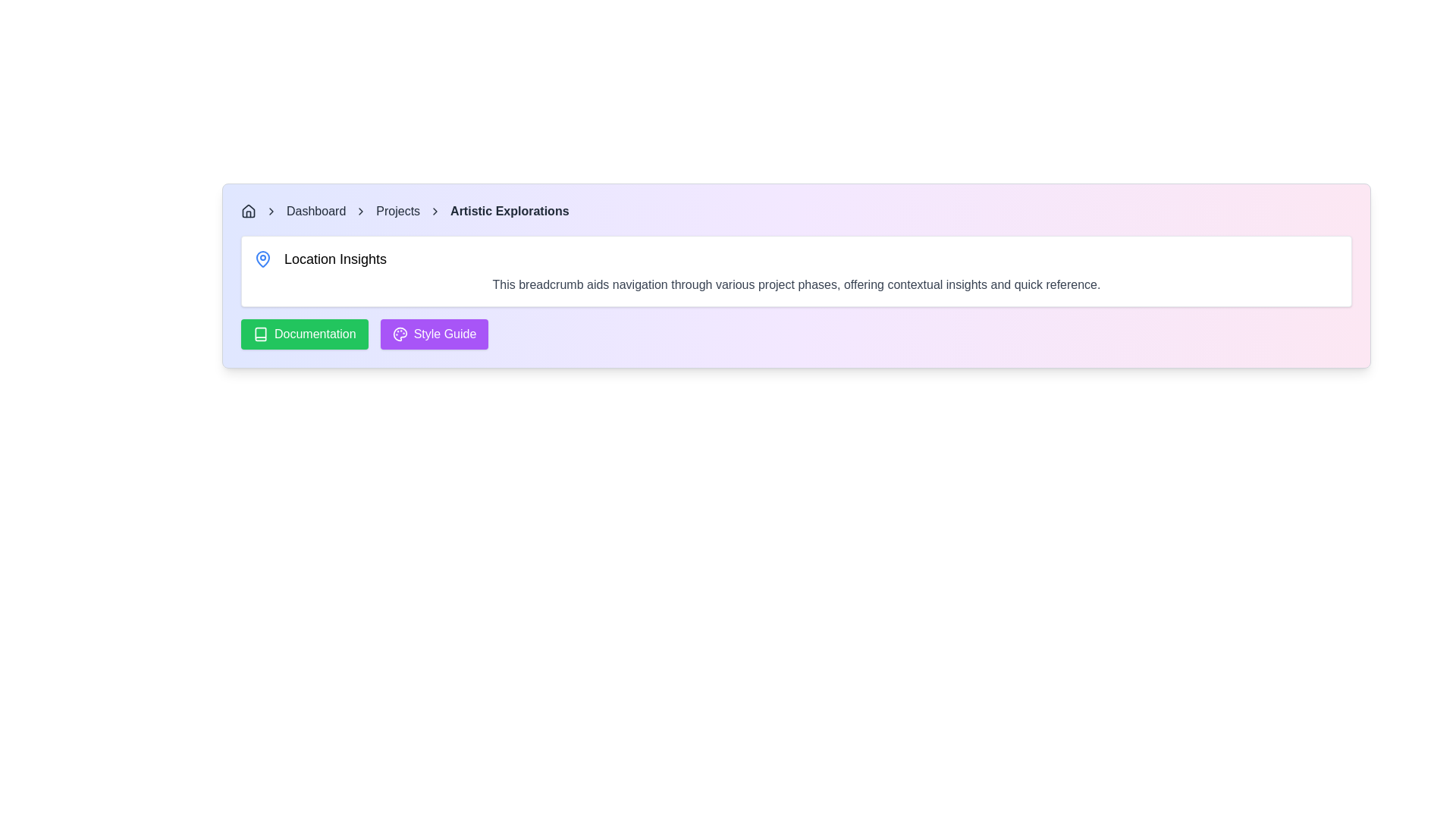 The width and height of the screenshot is (1456, 819). Describe the element at coordinates (398, 211) in the screenshot. I see `the 'Projects' text label in the breadcrumb navigation bar` at that location.